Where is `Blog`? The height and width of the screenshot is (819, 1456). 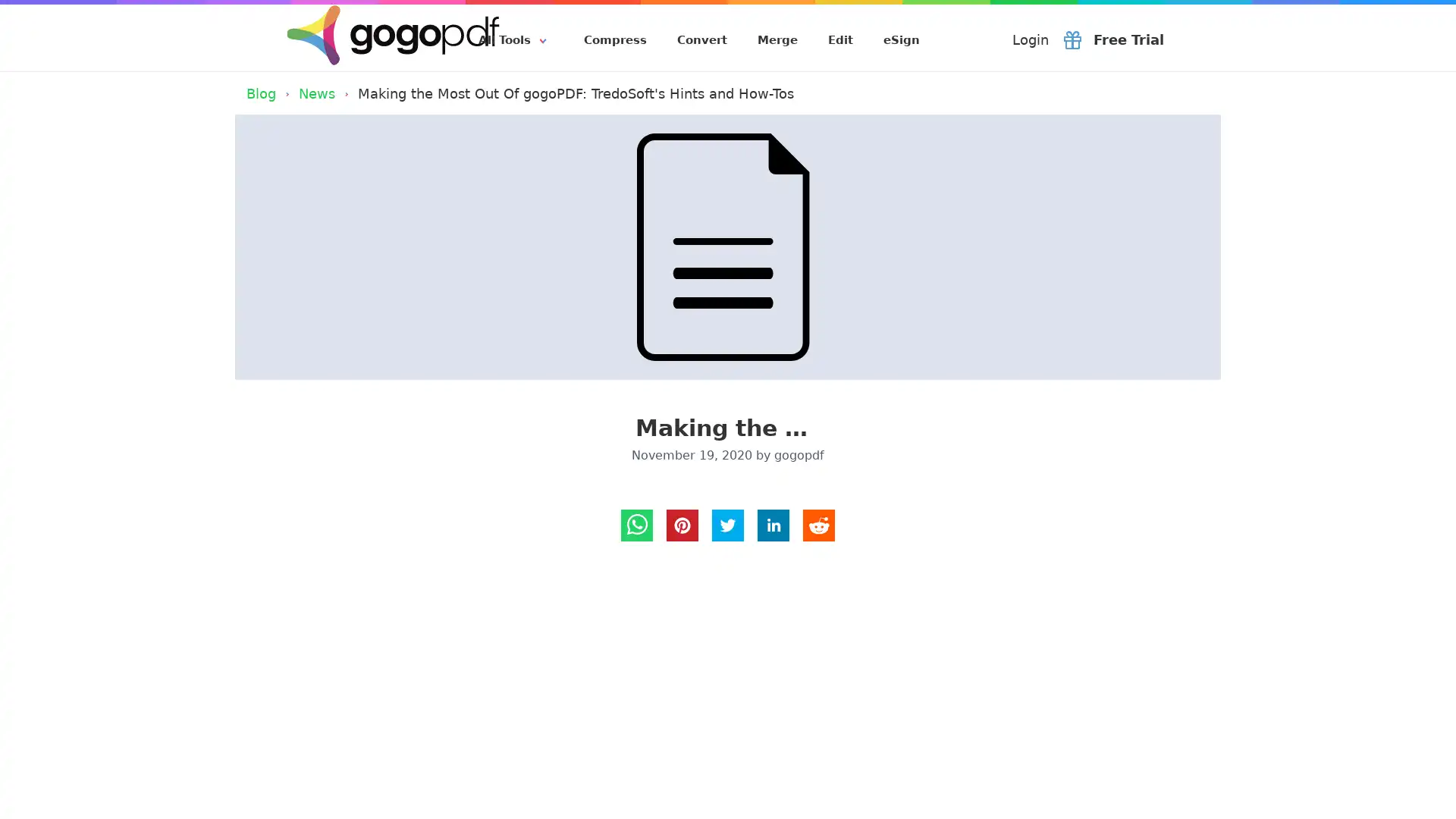
Blog is located at coordinates (261, 93).